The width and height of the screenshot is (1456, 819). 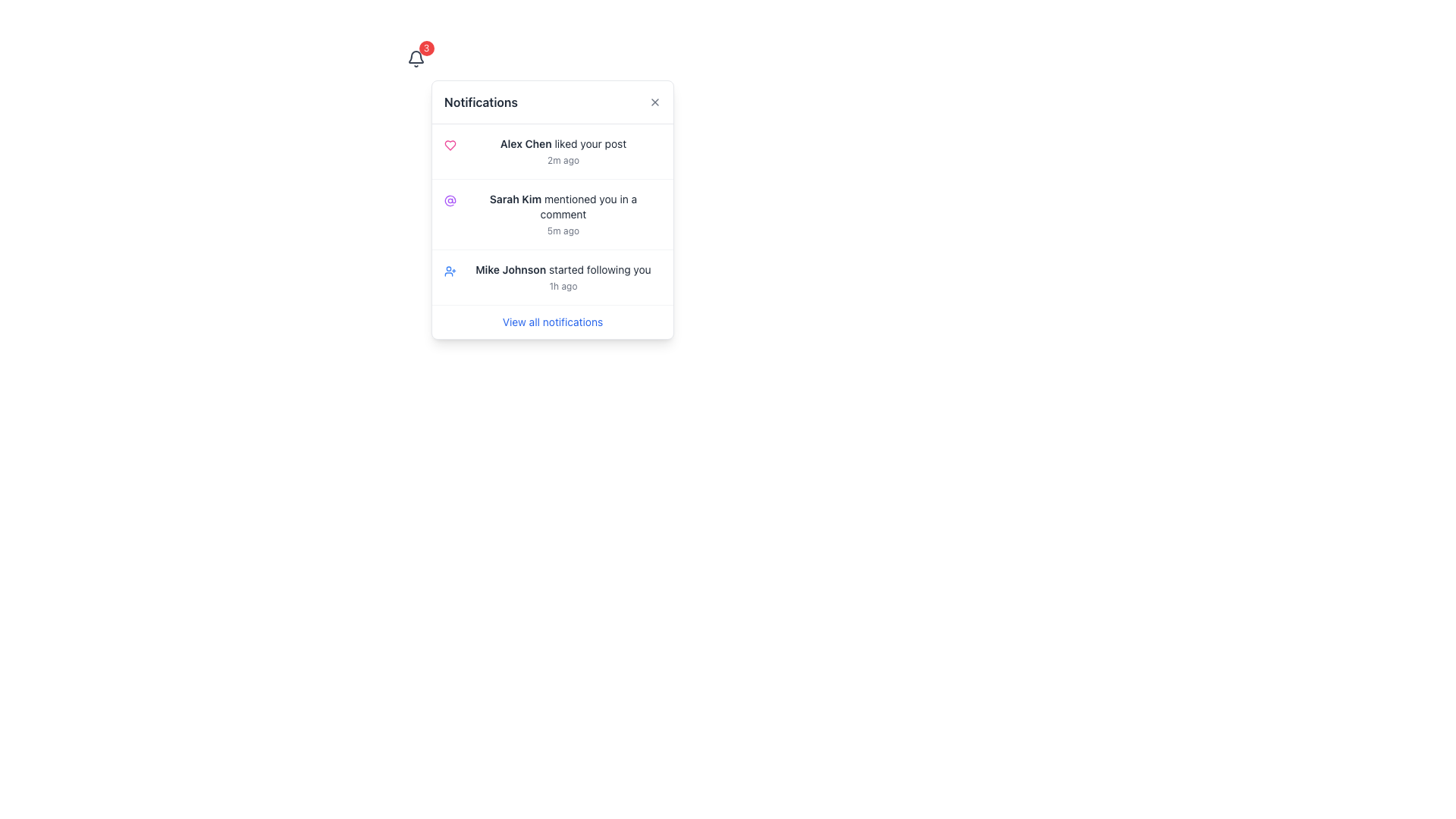 I want to click on the hyperlink at the bottom of the notification panel, so click(x=552, y=321).